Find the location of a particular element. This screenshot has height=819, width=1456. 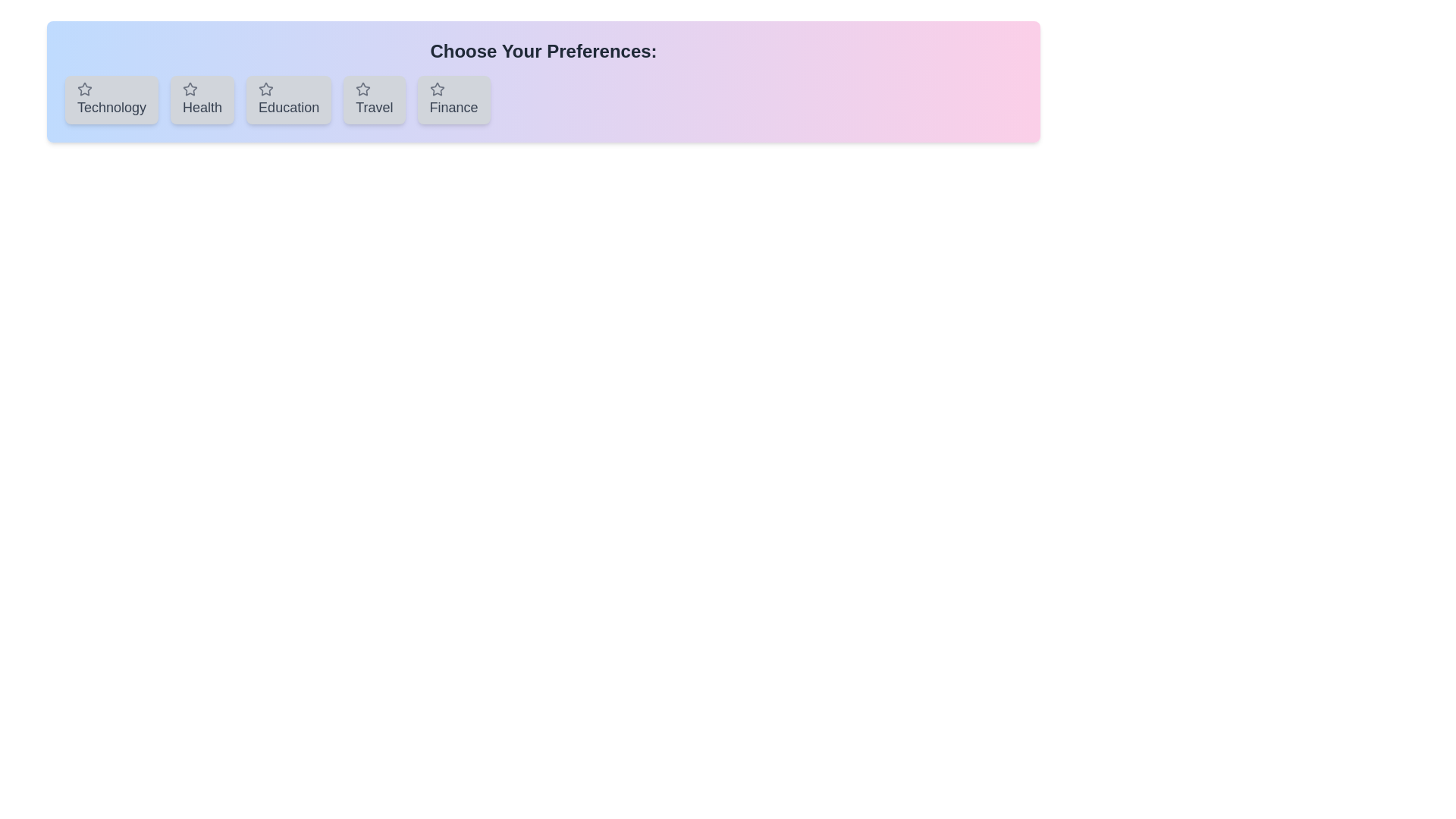

the preference button labeled Finance to toggle its selection state is located at coordinates (453, 99).